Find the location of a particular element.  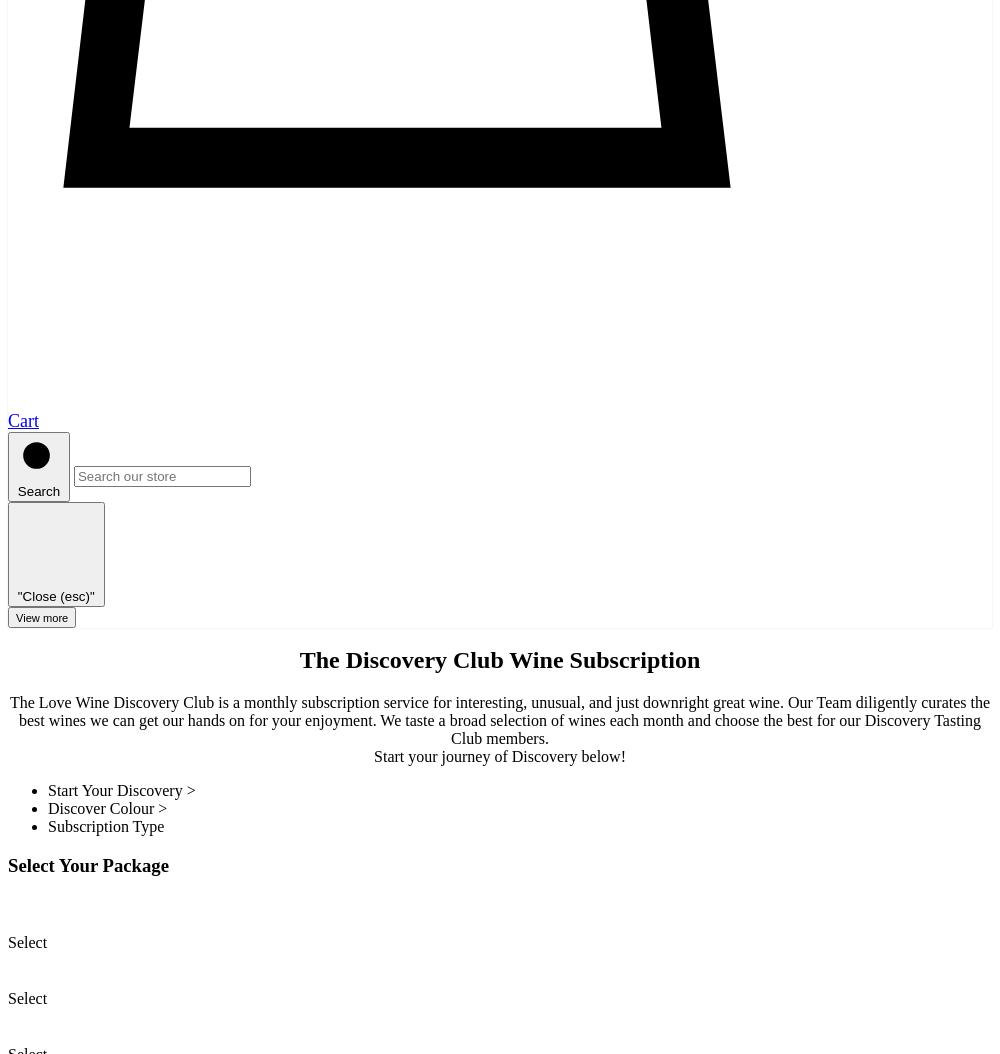

'The Love Wine Discovery Club is a monthly subscription service for interesting, unusual, and just downright great wine. Our Team diligently curates the best wines we can get our hands on for your enjoyment. We taste a broad selection of wines each month and choose the best for our Discovery Tasting Club members.' is located at coordinates (498, 719).